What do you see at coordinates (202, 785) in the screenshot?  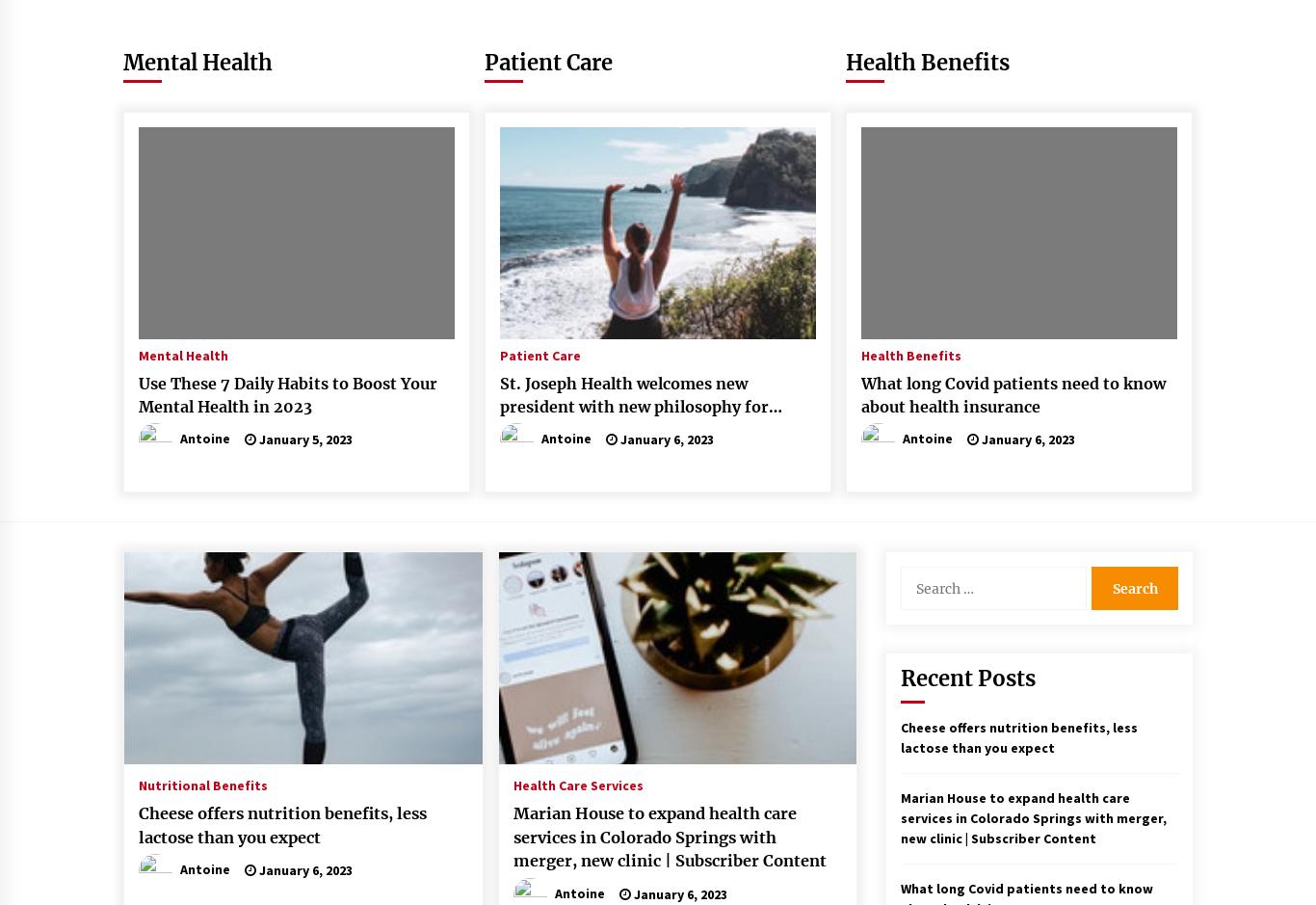 I see `'Nutritional Benefits'` at bounding box center [202, 785].